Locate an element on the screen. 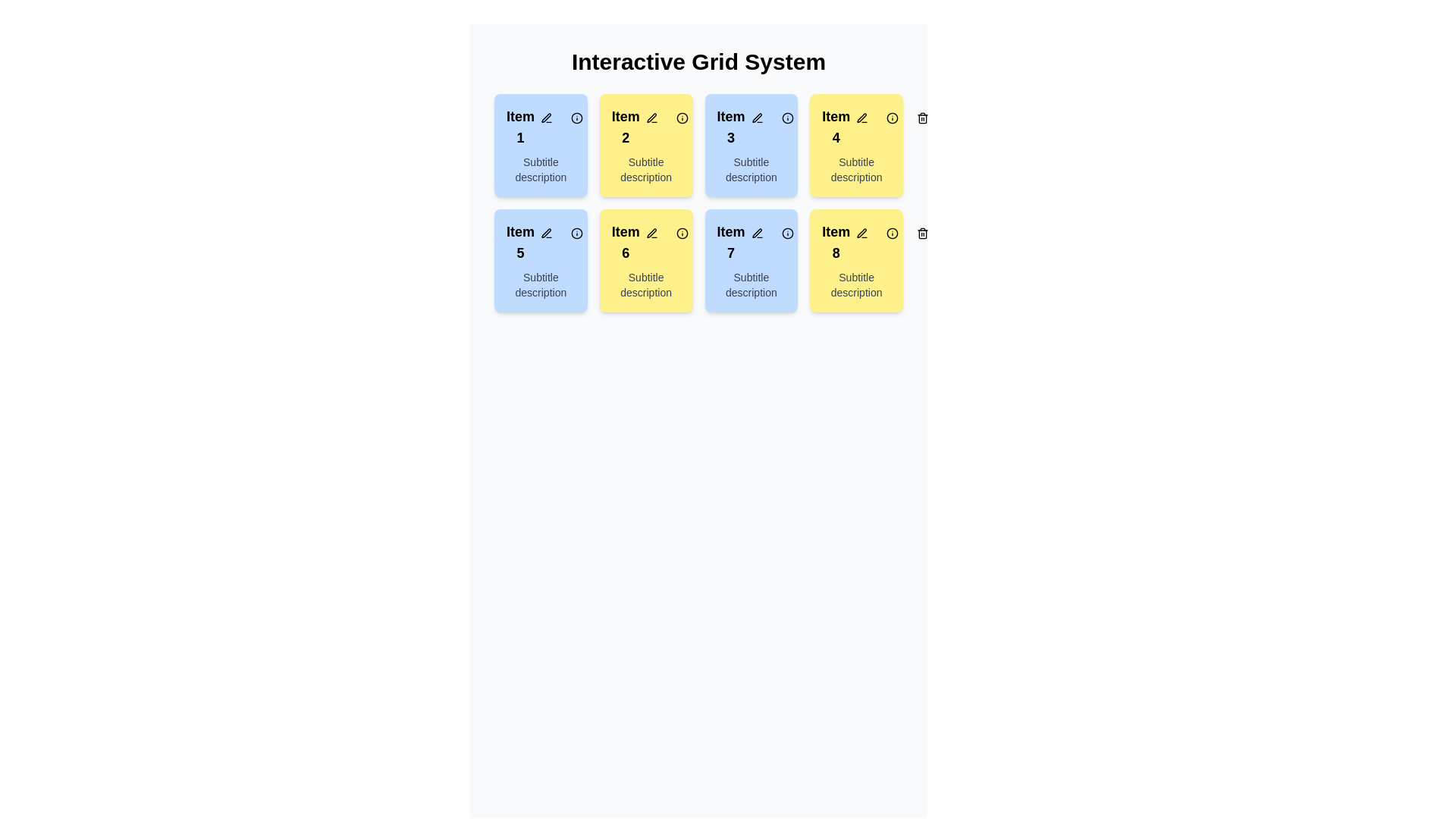  the item entry card located in the second row and second column of the grid layout with a yellow background is located at coordinates (646, 242).